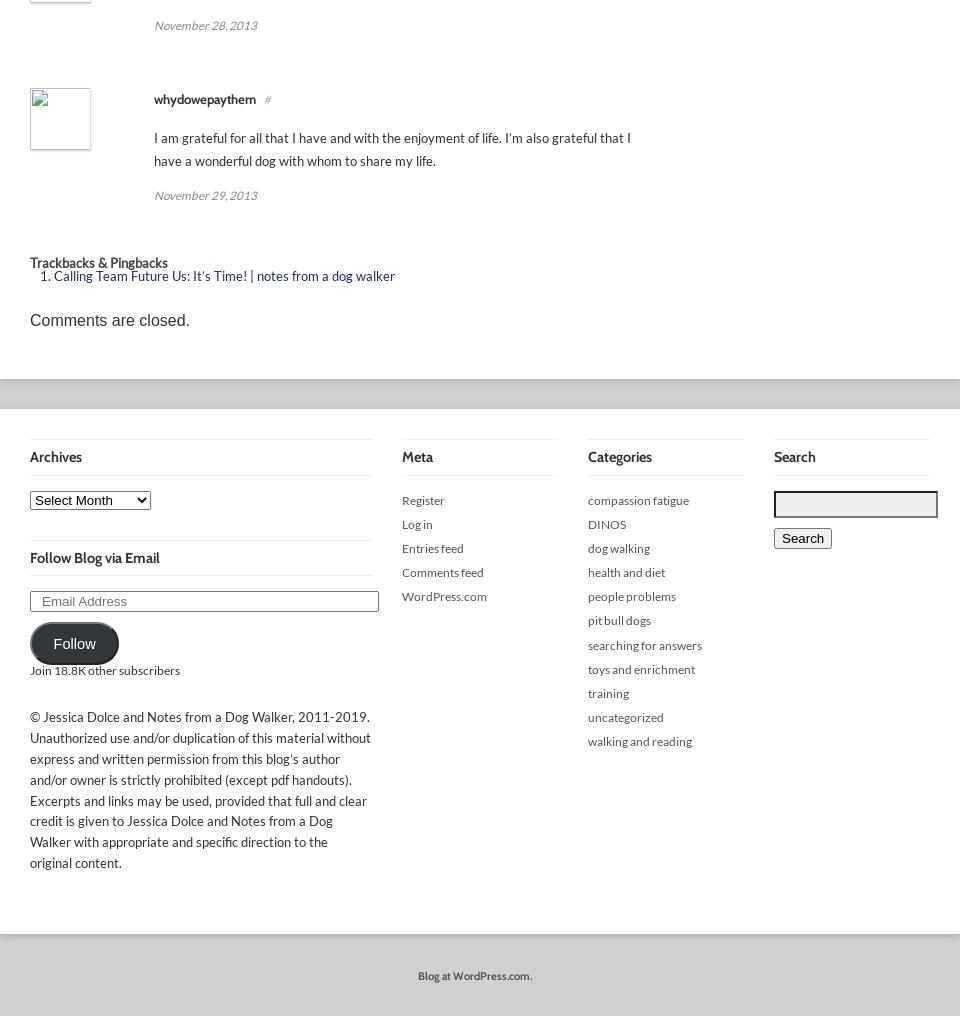 Image resolution: width=960 pixels, height=1016 pixels. I want to click on 'training', so click(607, 692).